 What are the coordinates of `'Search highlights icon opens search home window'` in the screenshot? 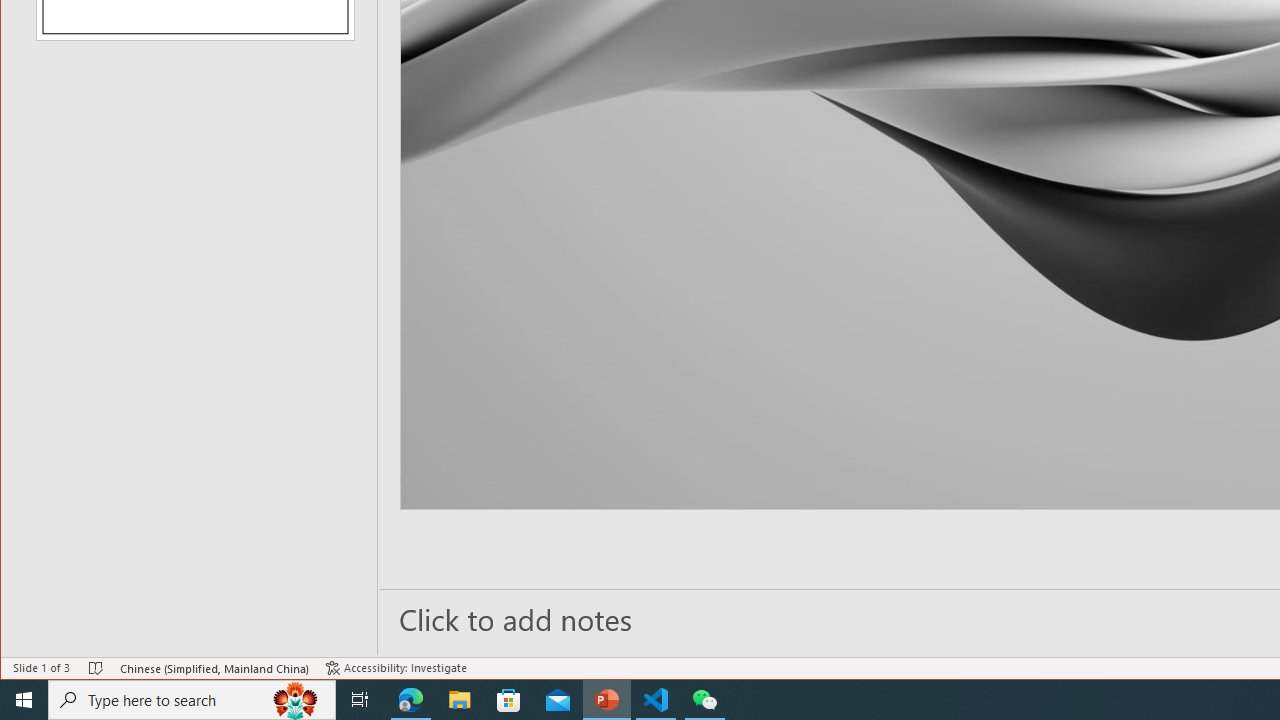 It's located at (294, 698).